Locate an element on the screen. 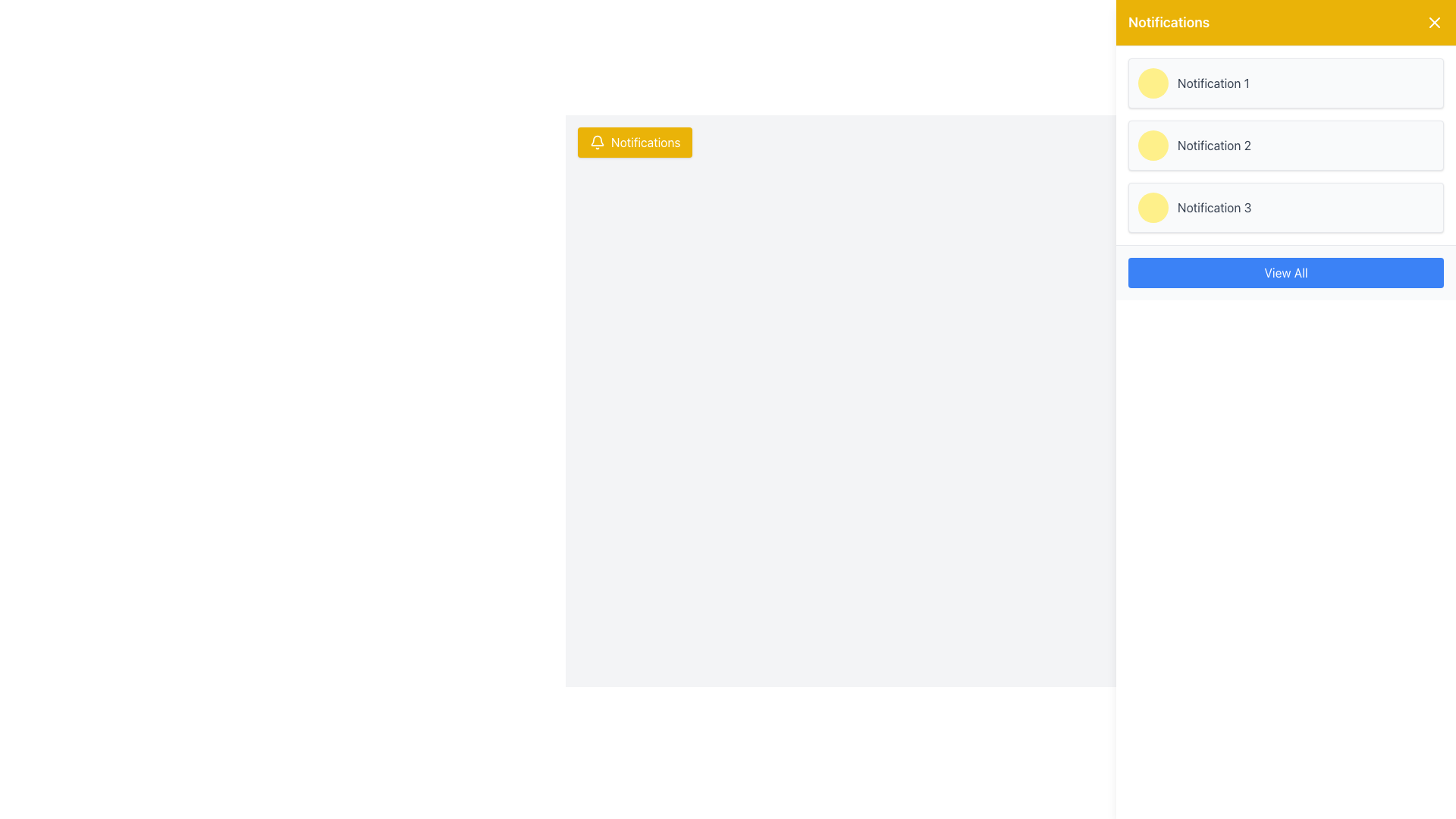 This screenshot has width=1456, height=819. the yellow 'Notifications' button with white text and a bell icon is located at coordinates (635, 143).